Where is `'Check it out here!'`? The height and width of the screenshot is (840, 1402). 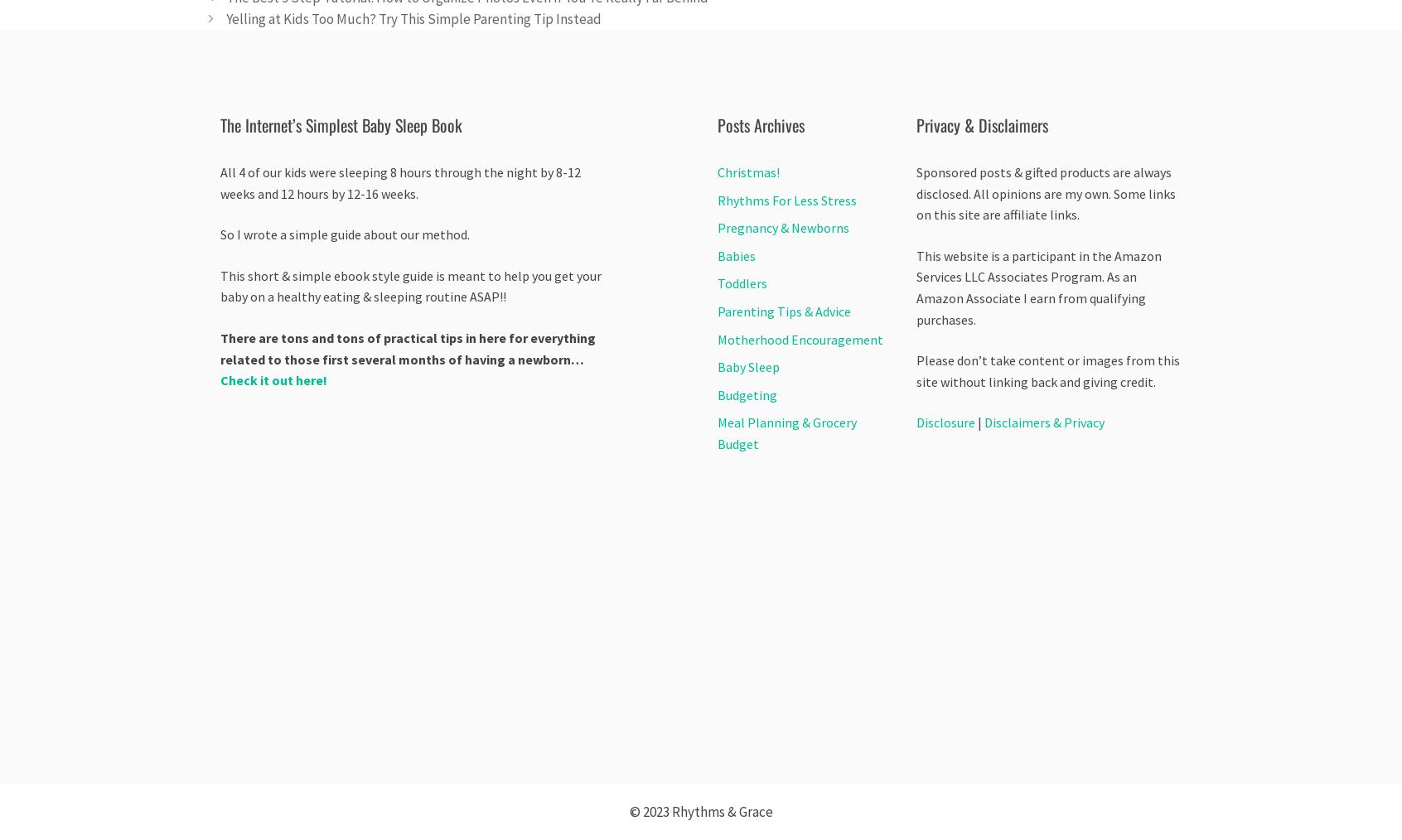 'Check it out here!' is located at coordinates (273, 380).